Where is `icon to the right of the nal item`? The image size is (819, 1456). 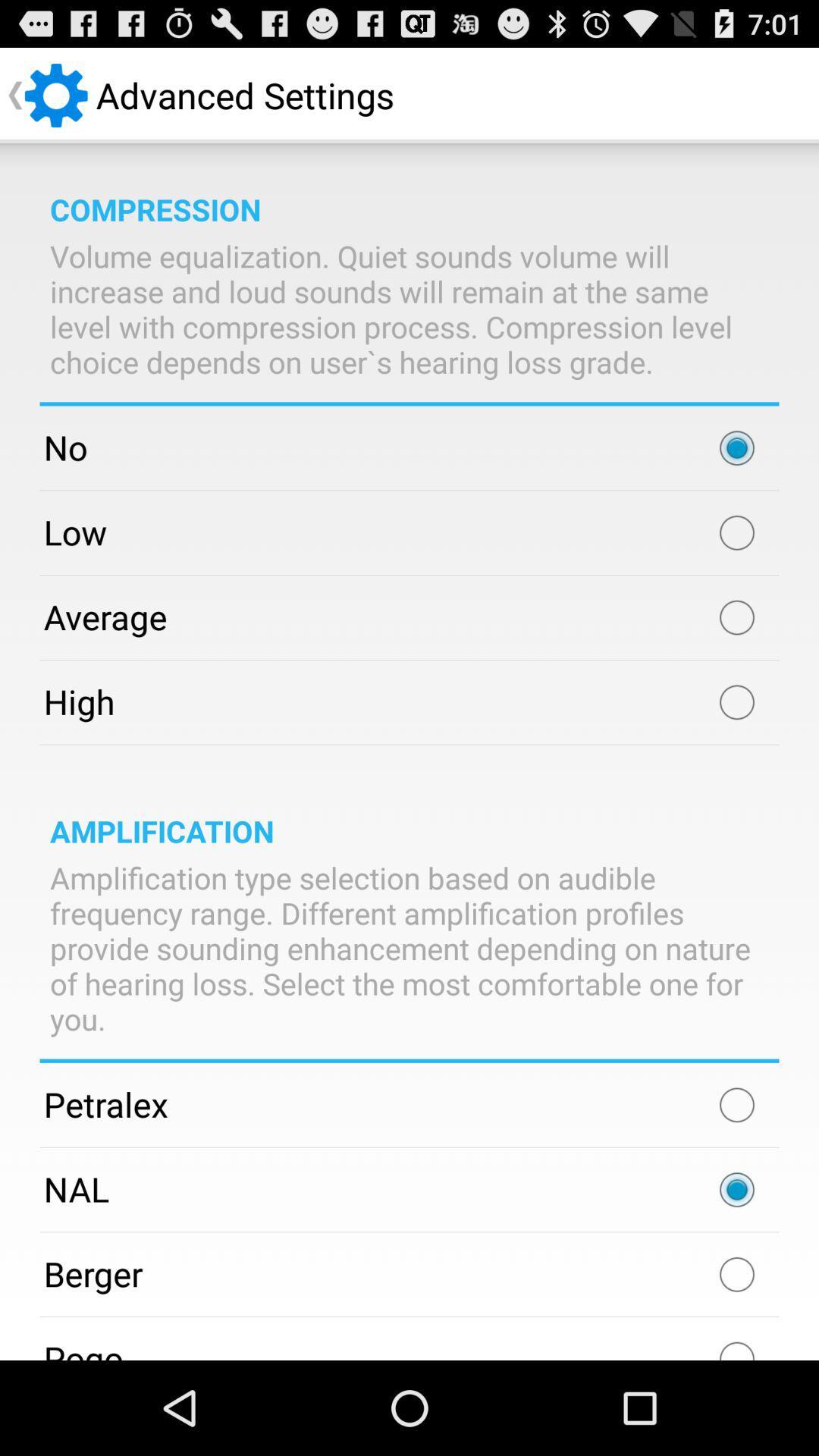 icon to the right of the nal item is located at coordinates (736, 1189).